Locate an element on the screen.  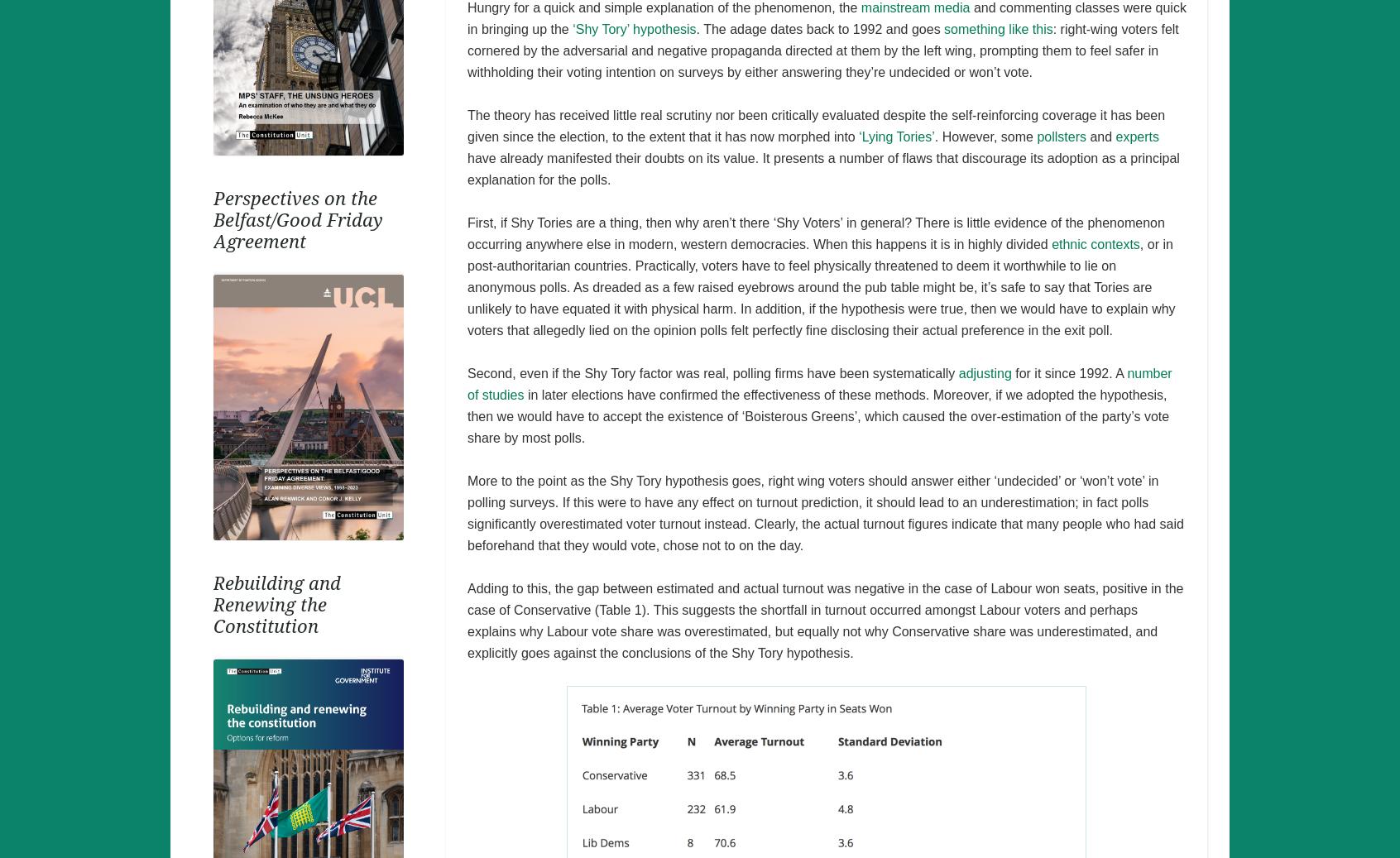
'Perspectives on the Belfast/Good Friday Agreement' is located at coordinates (297, 218).